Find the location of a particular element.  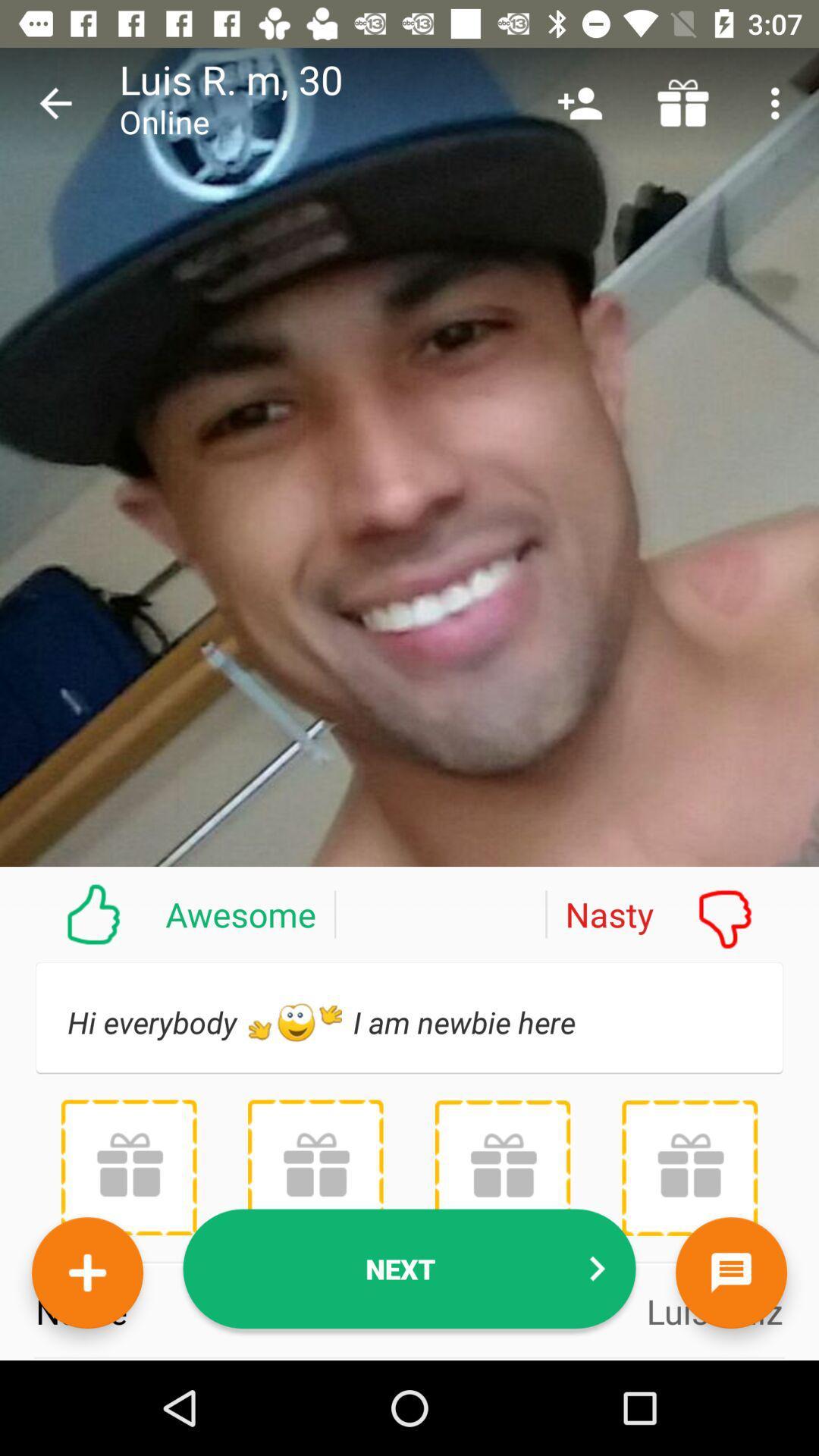

new friend is located at coordinates (87, 1272).